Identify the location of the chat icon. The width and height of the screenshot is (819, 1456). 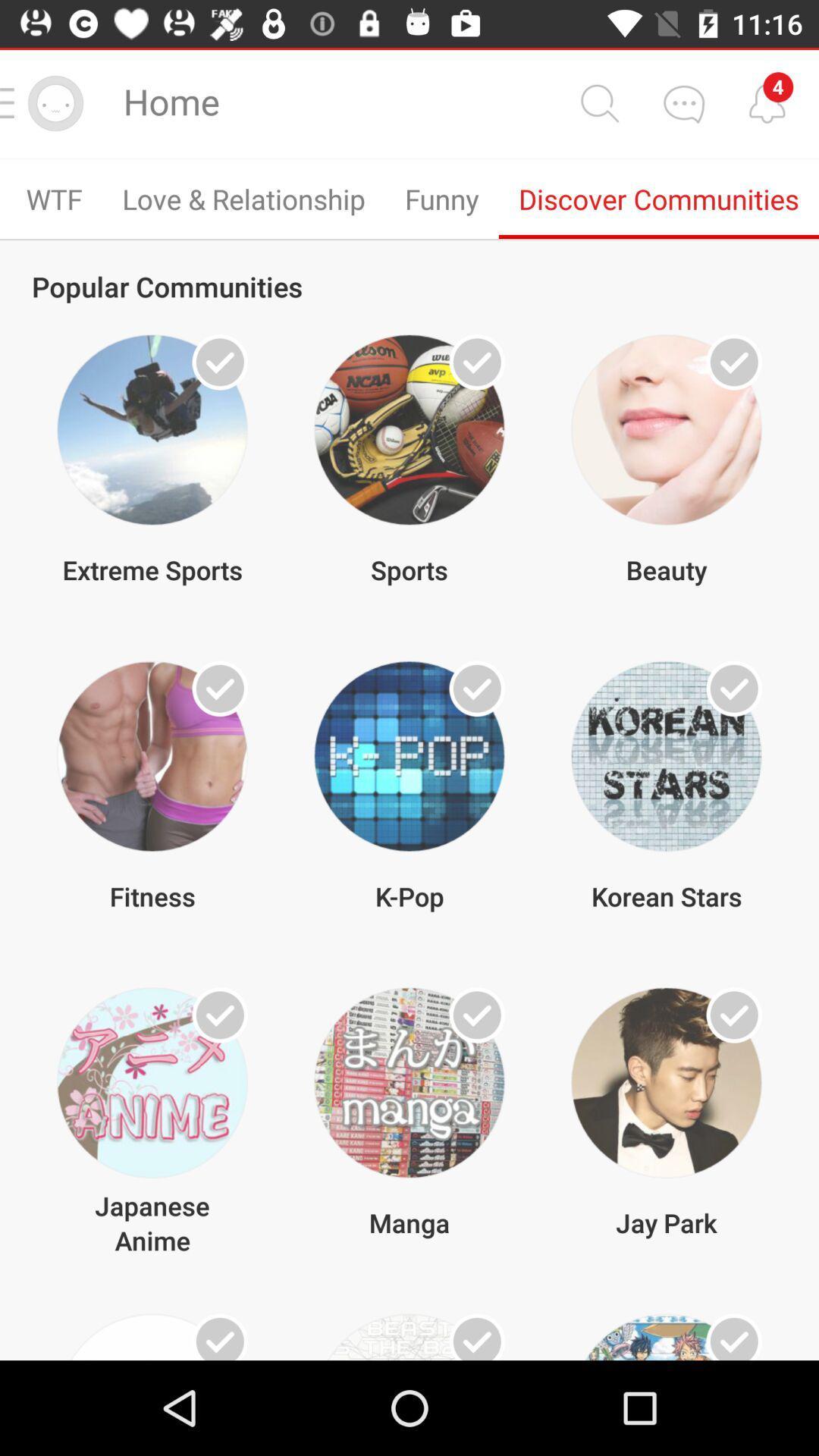
(683, 102).